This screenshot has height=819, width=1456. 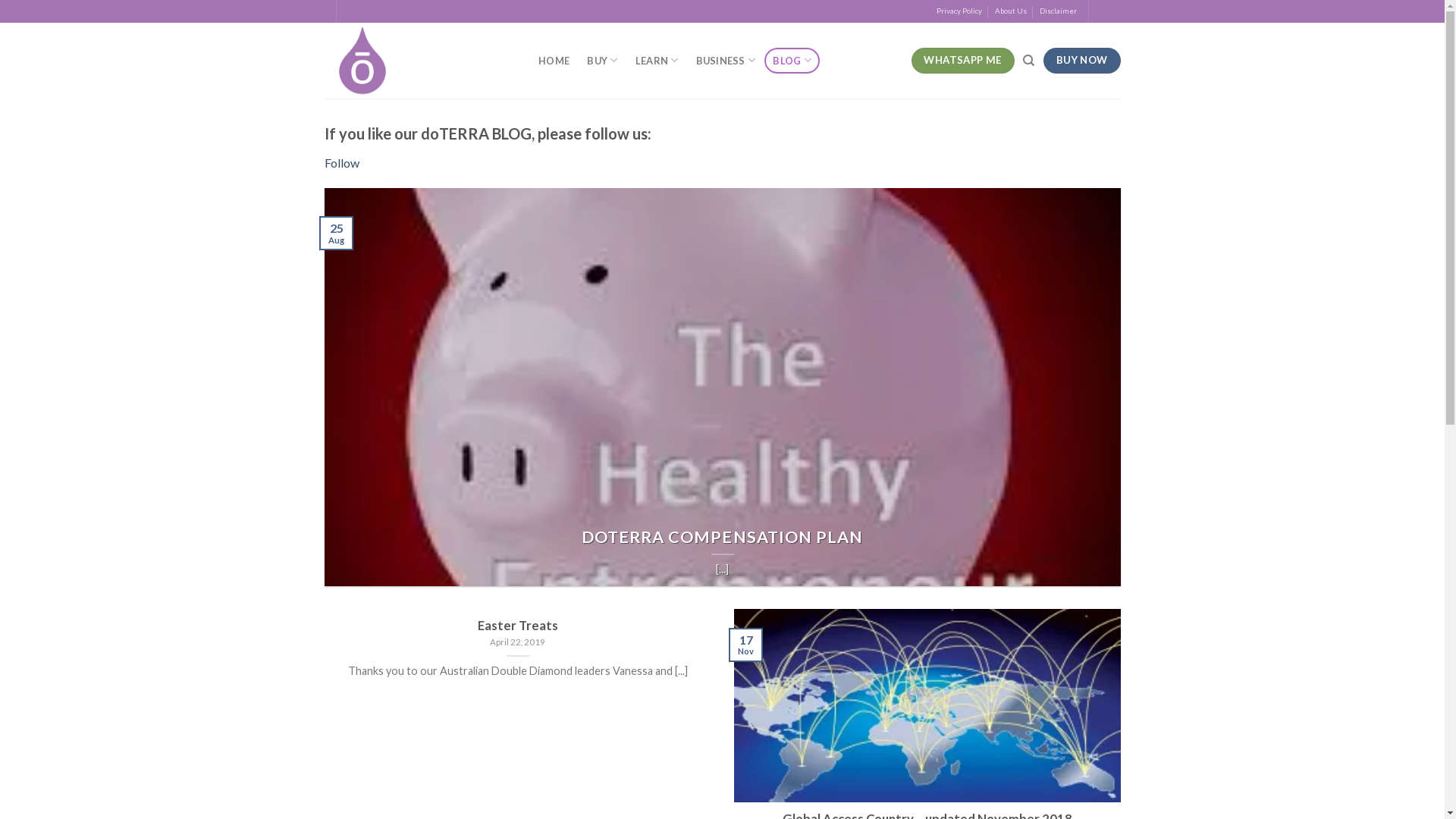 I want to click on 'Follow', so click(x=341, y=162).